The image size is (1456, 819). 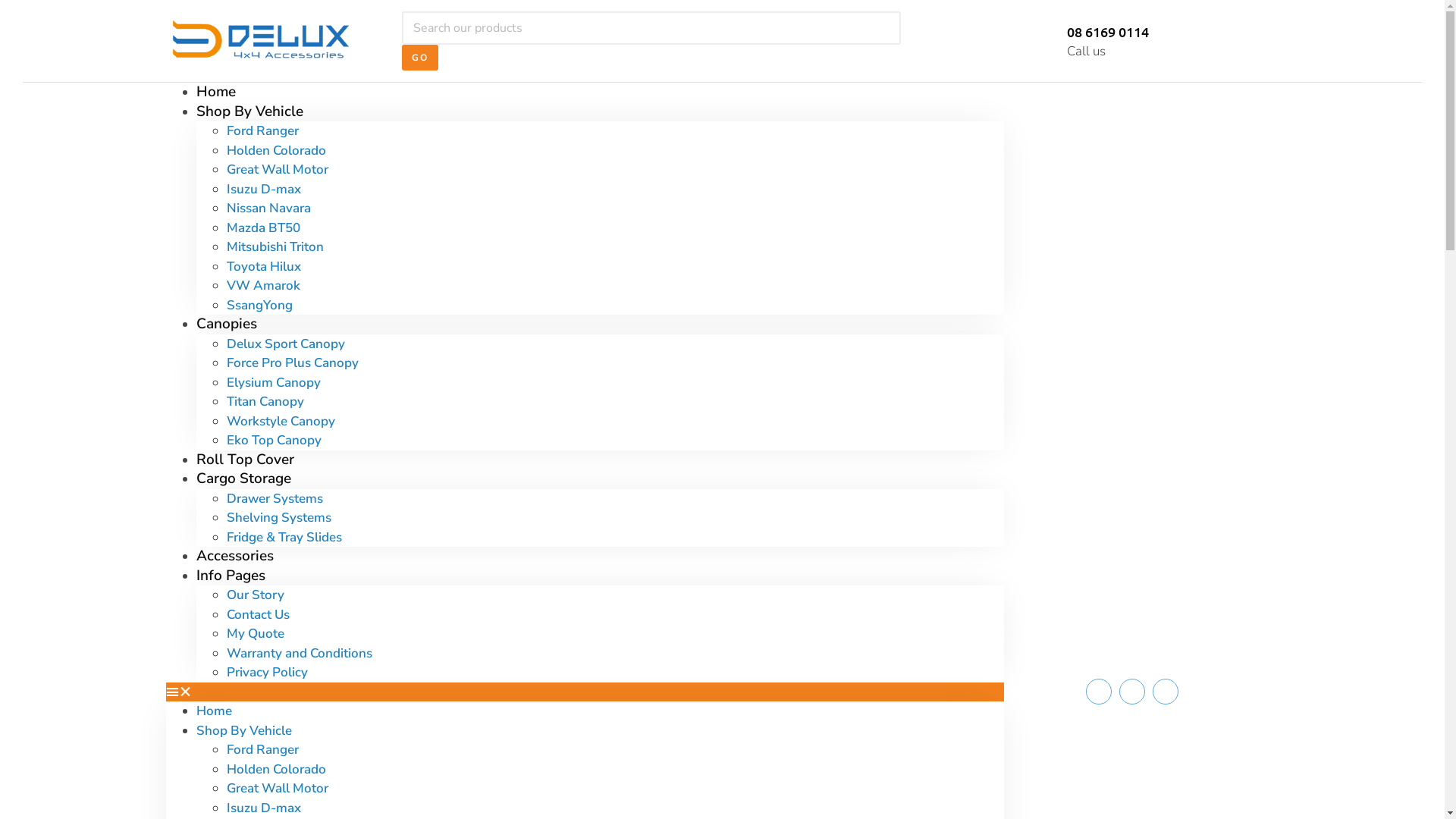 What do you see at coordinates (255, 594) in the screenshot?
I see `'Our Story'` at bounding box center [255, 594].